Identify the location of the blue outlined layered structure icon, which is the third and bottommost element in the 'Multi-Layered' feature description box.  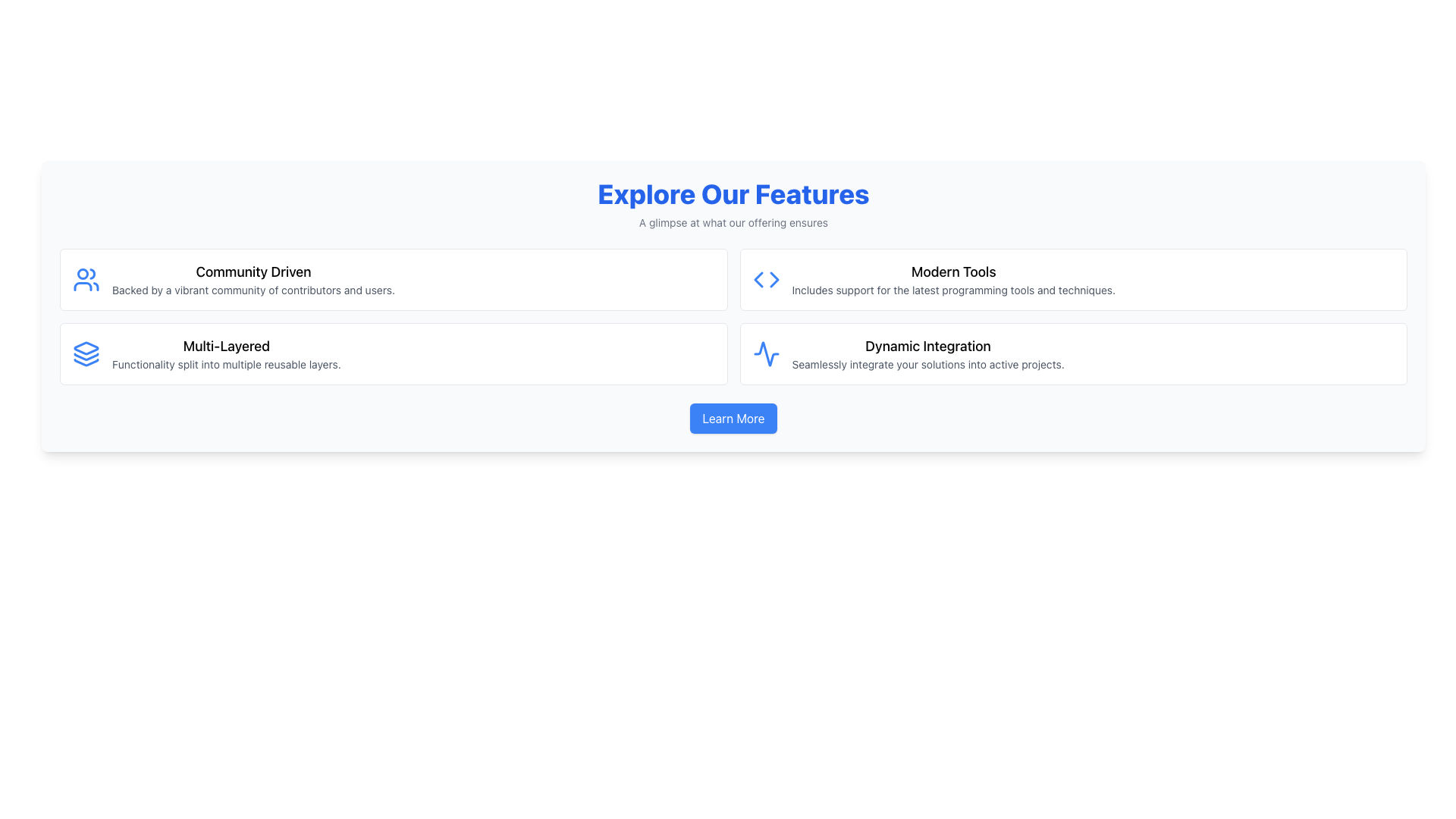
(86, 362).